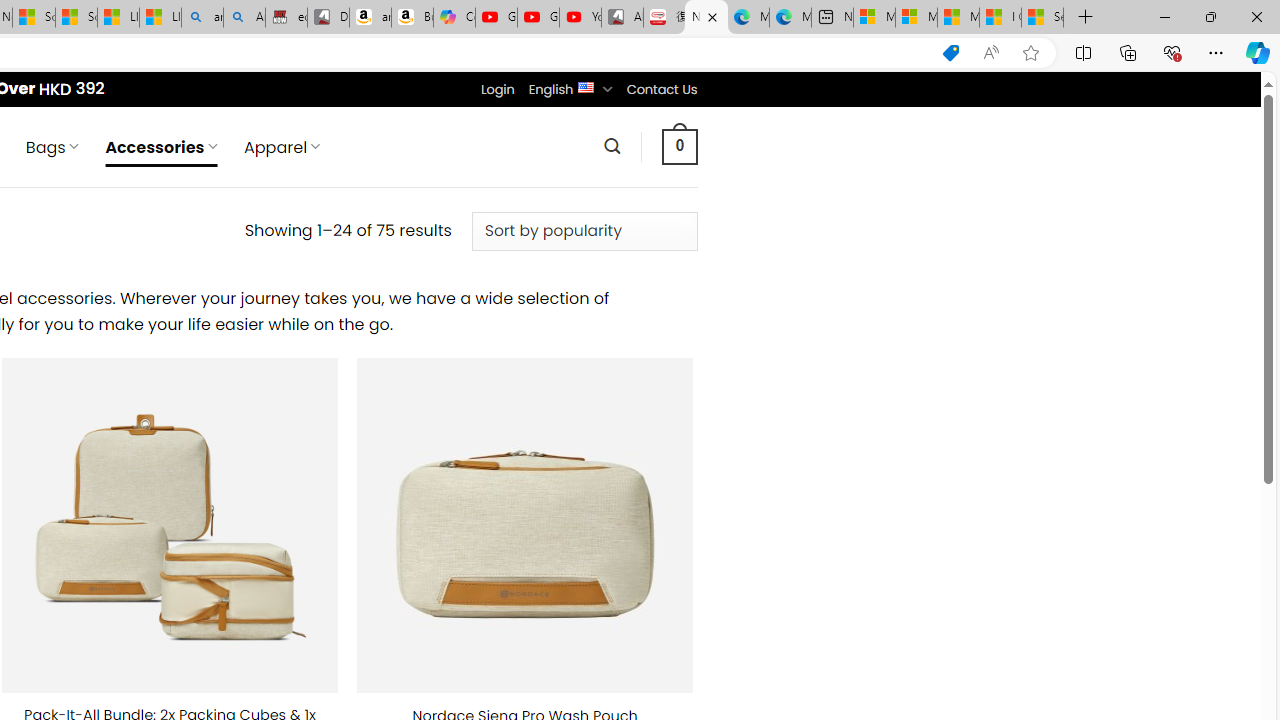  I want to click on 'English', so click(585, 85).